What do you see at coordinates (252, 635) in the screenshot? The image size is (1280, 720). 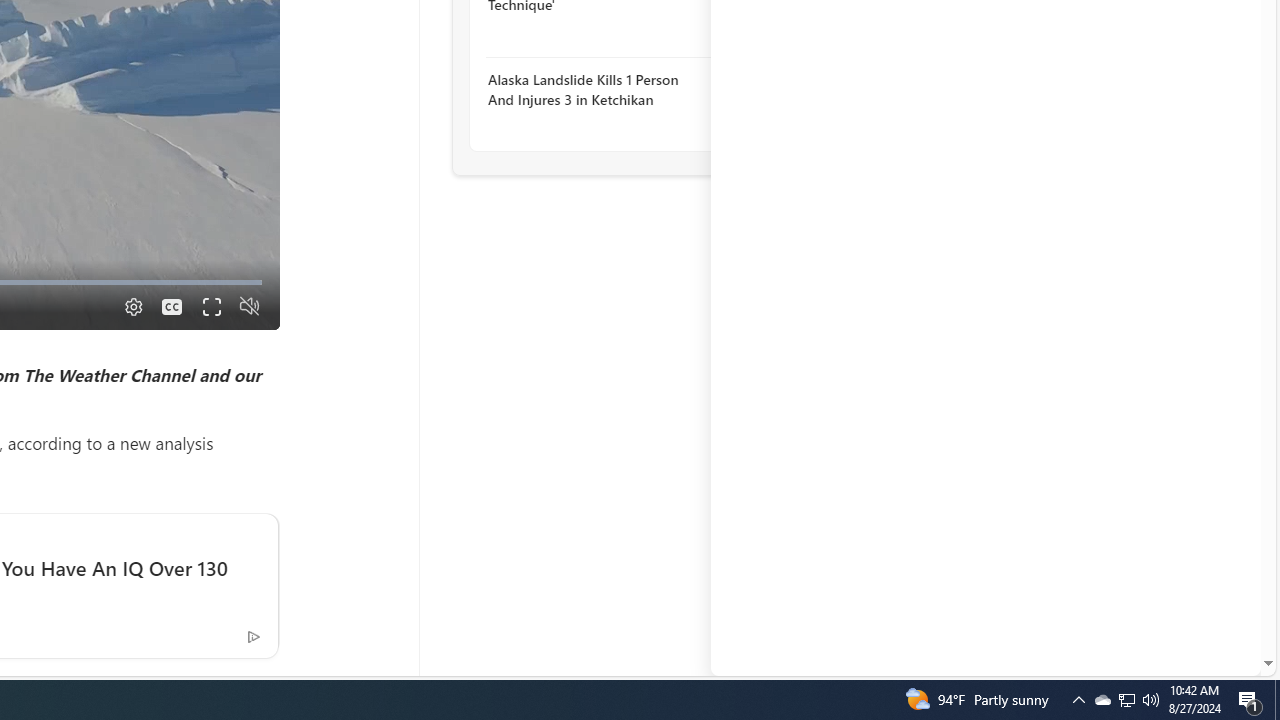 I see `'Ad Choice'` at bounding box center [252, 635].